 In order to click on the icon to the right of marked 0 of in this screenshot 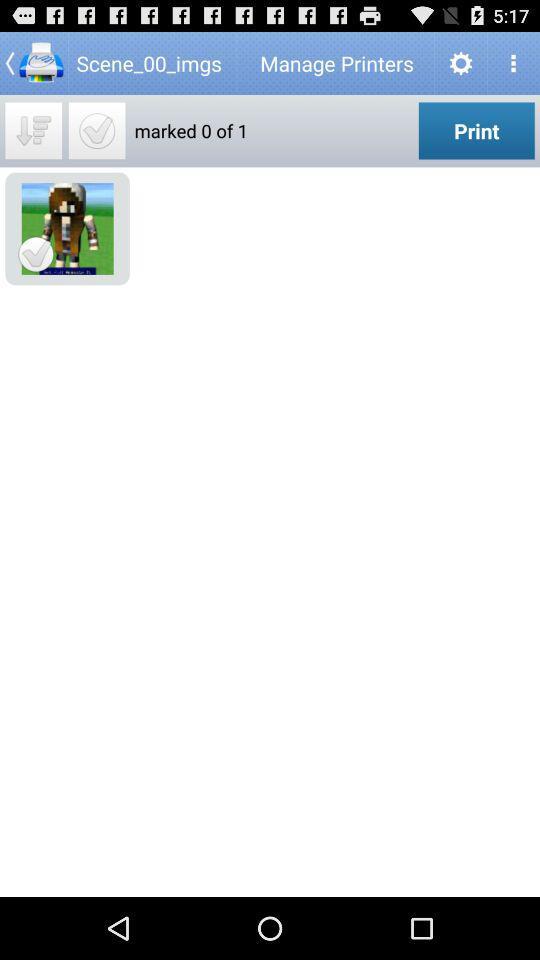, I will do `click(475, 129)`.